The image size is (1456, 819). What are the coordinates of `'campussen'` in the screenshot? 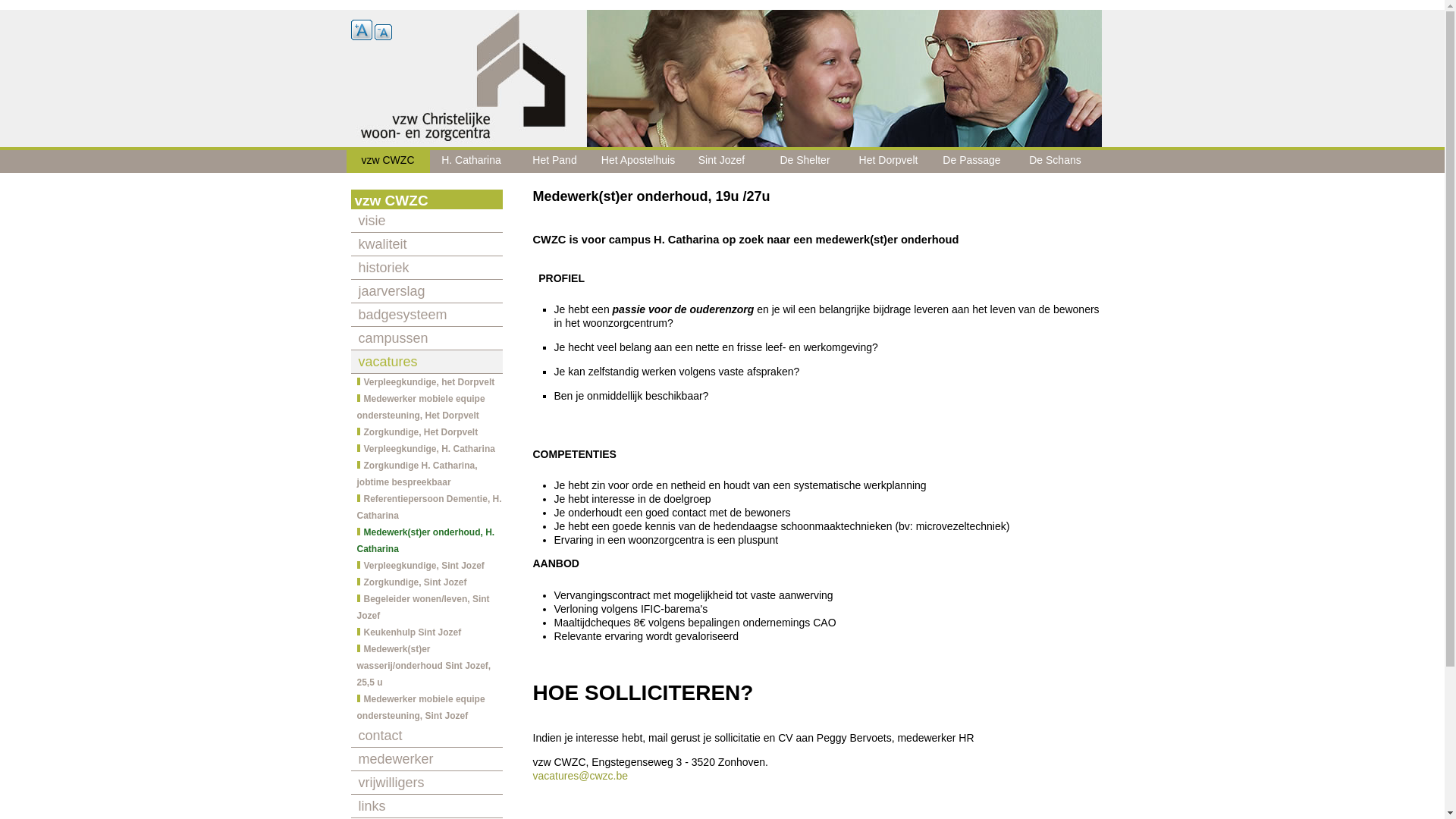 It's located at (425, 337).